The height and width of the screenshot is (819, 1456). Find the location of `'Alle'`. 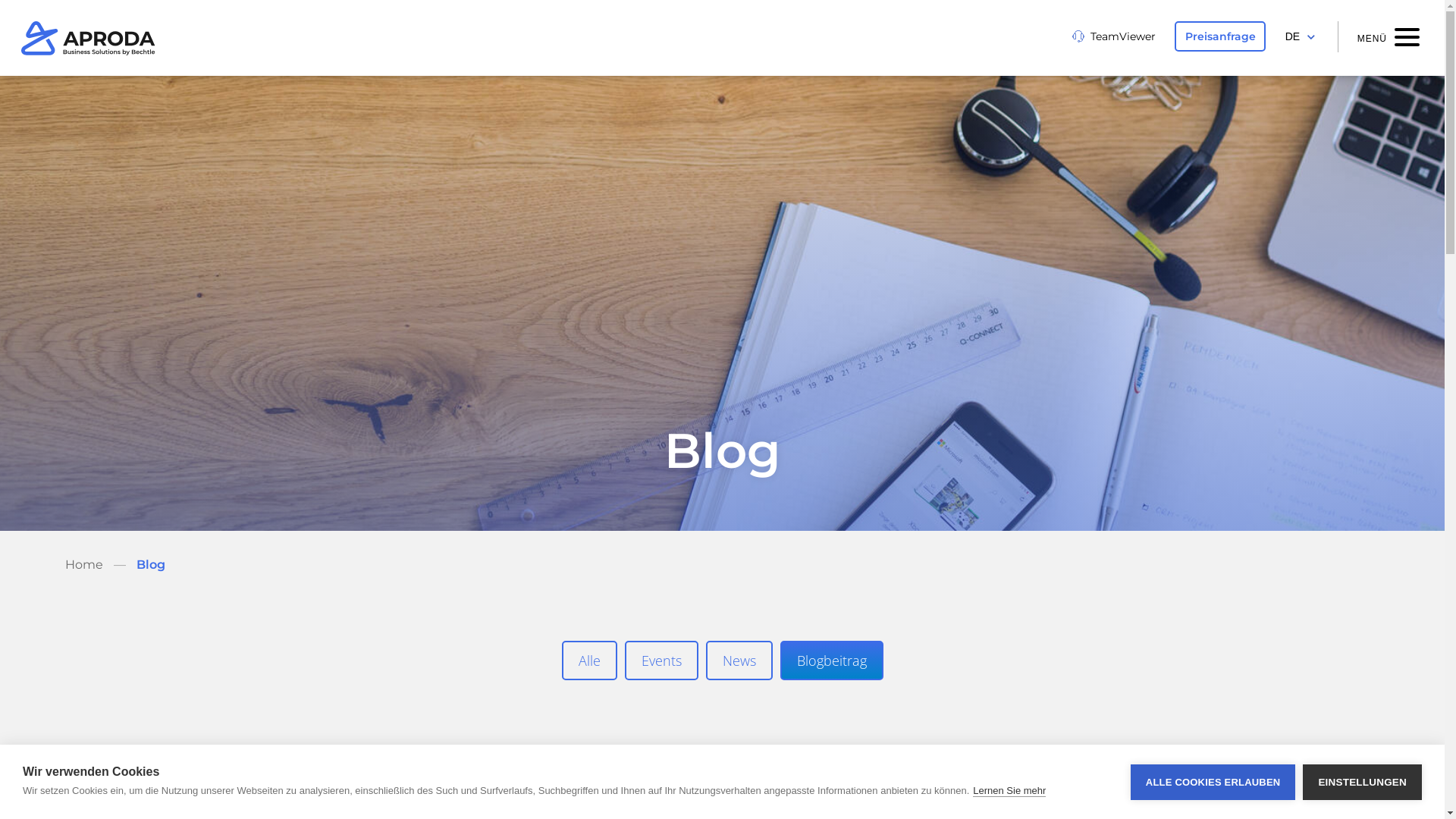

'Alle' is located at coordinates (588, 660).